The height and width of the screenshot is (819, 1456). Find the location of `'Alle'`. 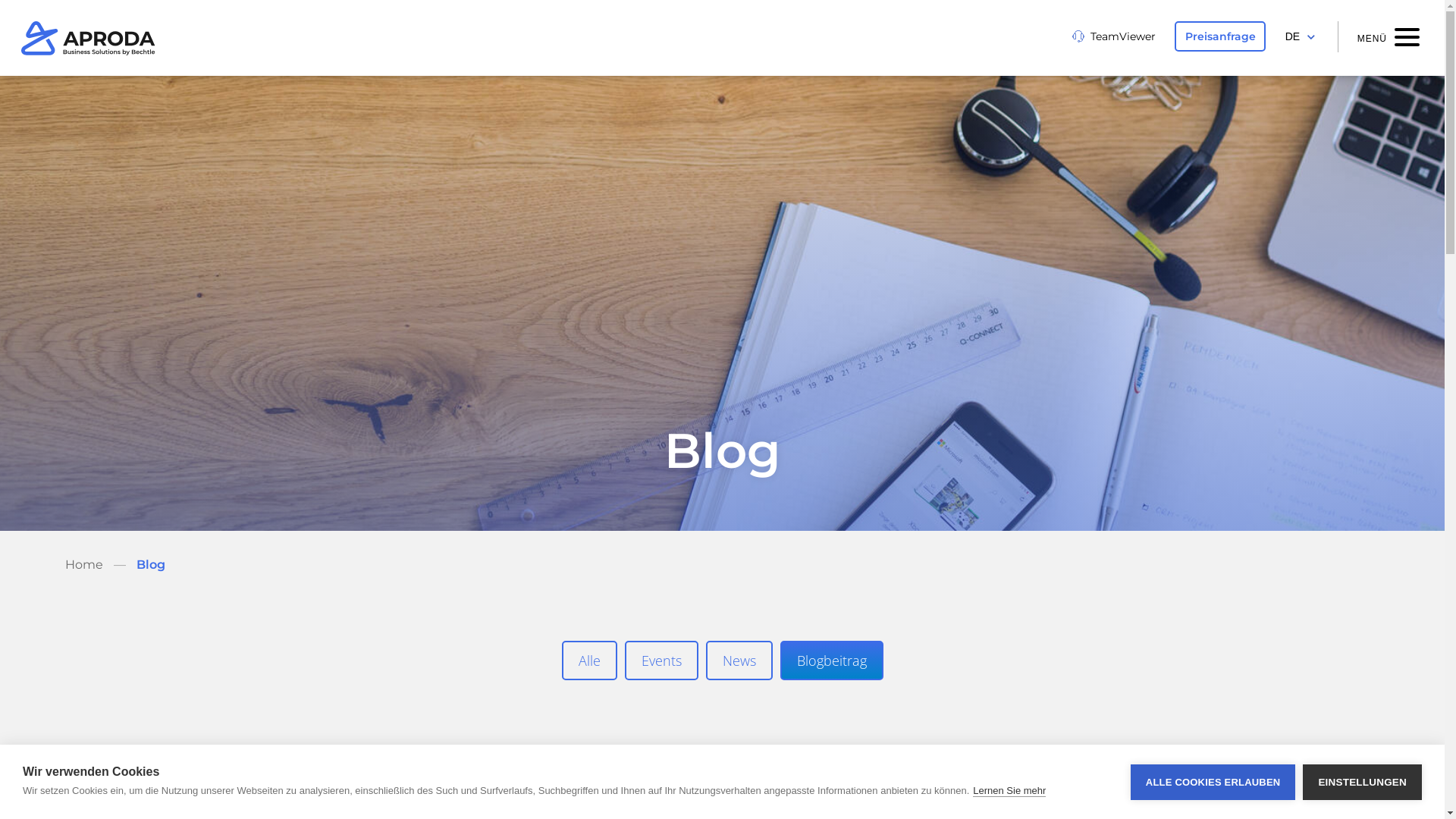

'Alle' is located at coordinates (588, 660).